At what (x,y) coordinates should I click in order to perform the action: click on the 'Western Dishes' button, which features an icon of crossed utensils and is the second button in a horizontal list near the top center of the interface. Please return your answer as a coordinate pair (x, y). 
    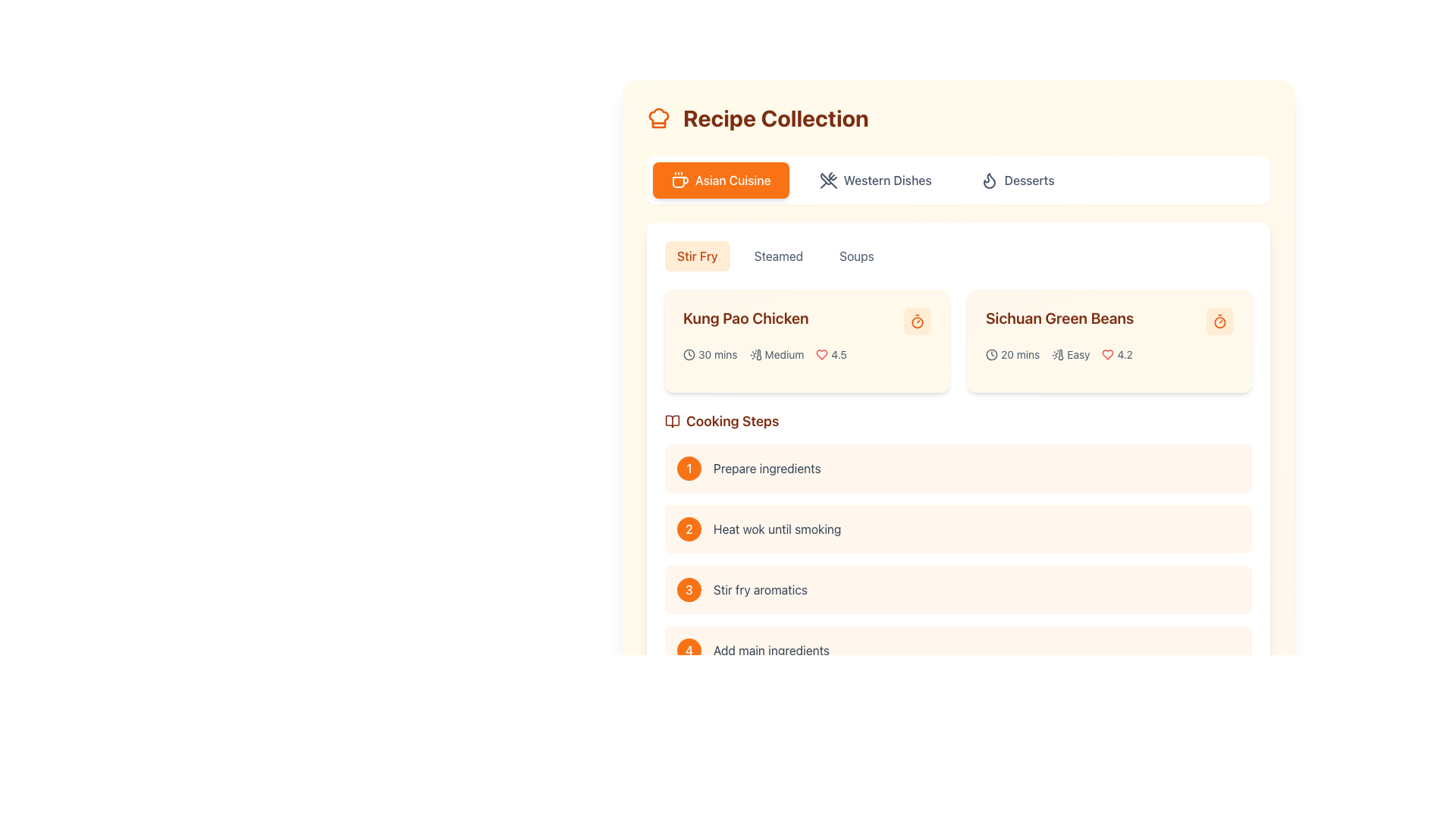
    Looking at the image, I should click on (875, 180).